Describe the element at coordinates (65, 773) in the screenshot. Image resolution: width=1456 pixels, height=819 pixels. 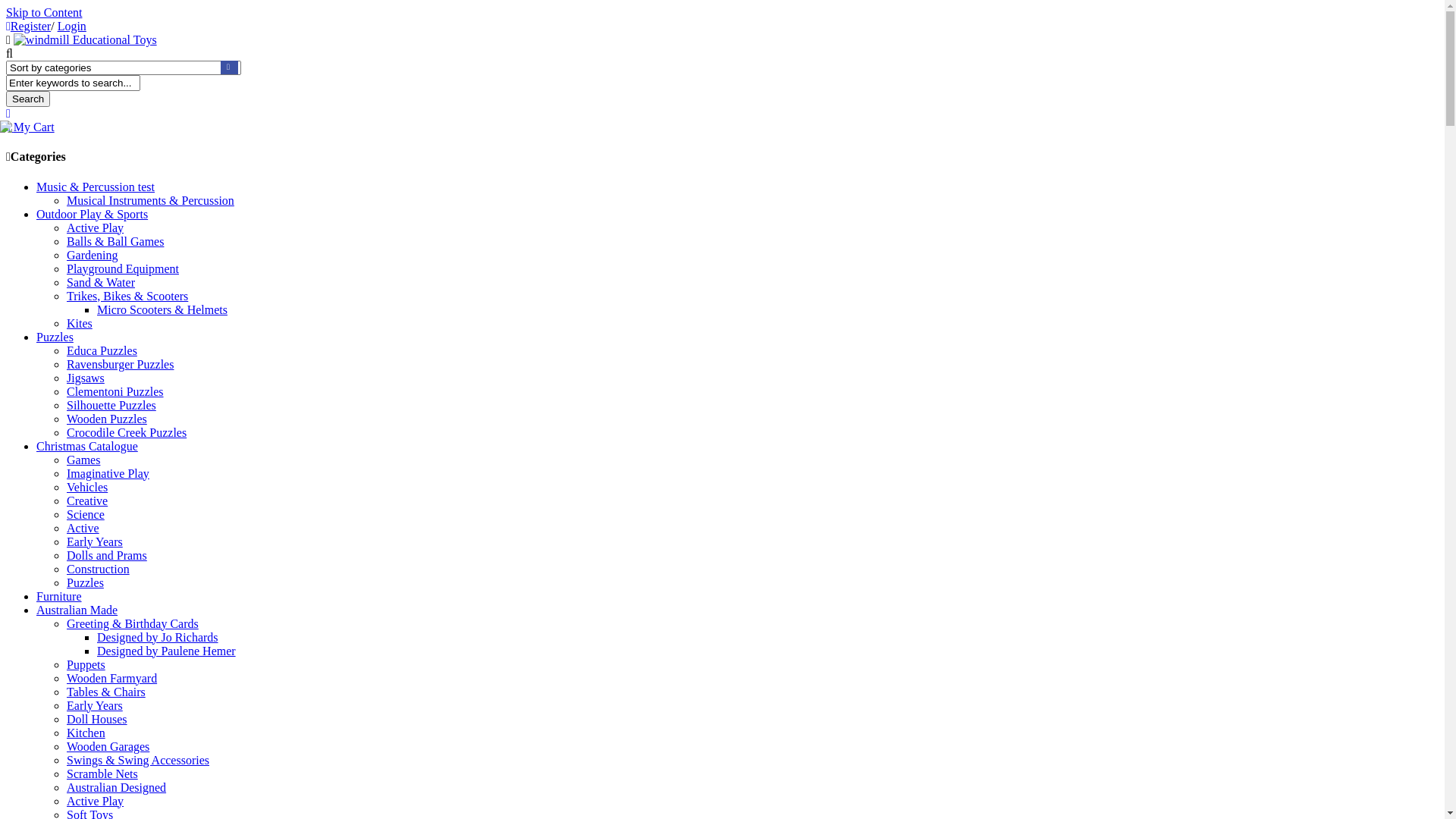
I see `'Scramble Nets'` at that location.